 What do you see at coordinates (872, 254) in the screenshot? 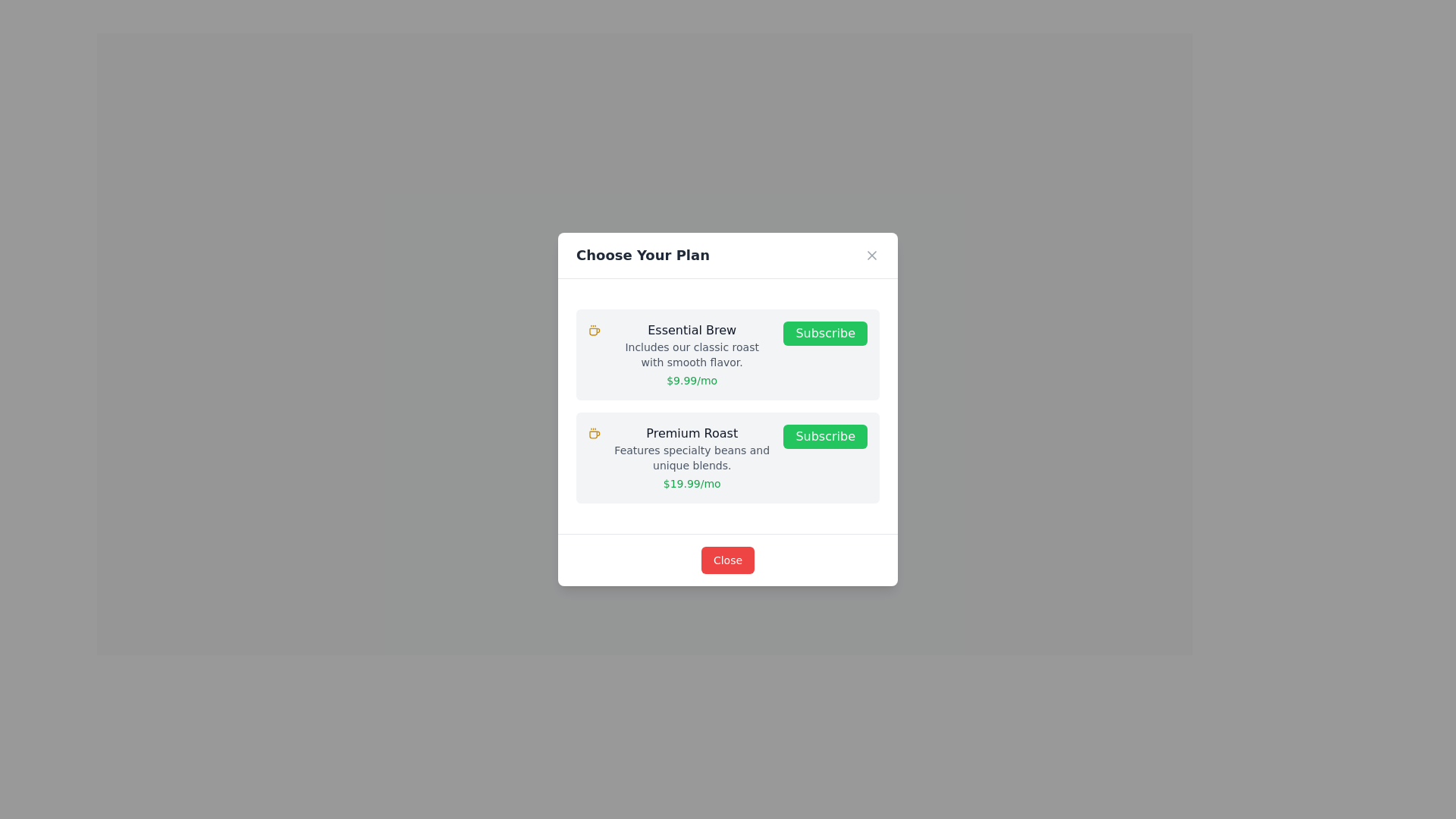
I see `the Close Button located at the top-right corner of the modal` at bounding box center [872, 254].